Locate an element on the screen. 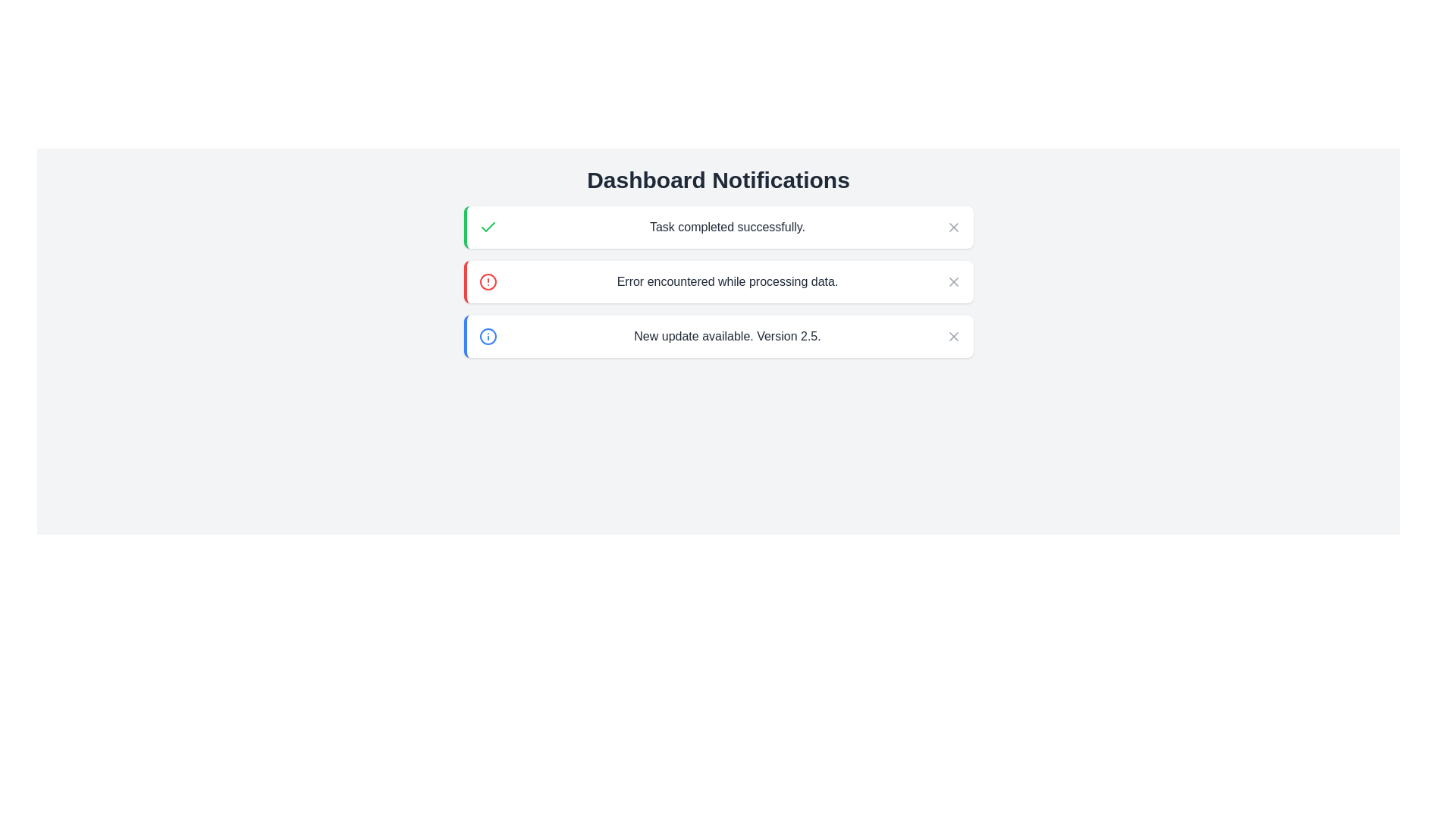  the decorative Circle in the SVG graphic located inside the third notification field from the top, which is highlighted with a blue outline is located at coordinates (488, 335).